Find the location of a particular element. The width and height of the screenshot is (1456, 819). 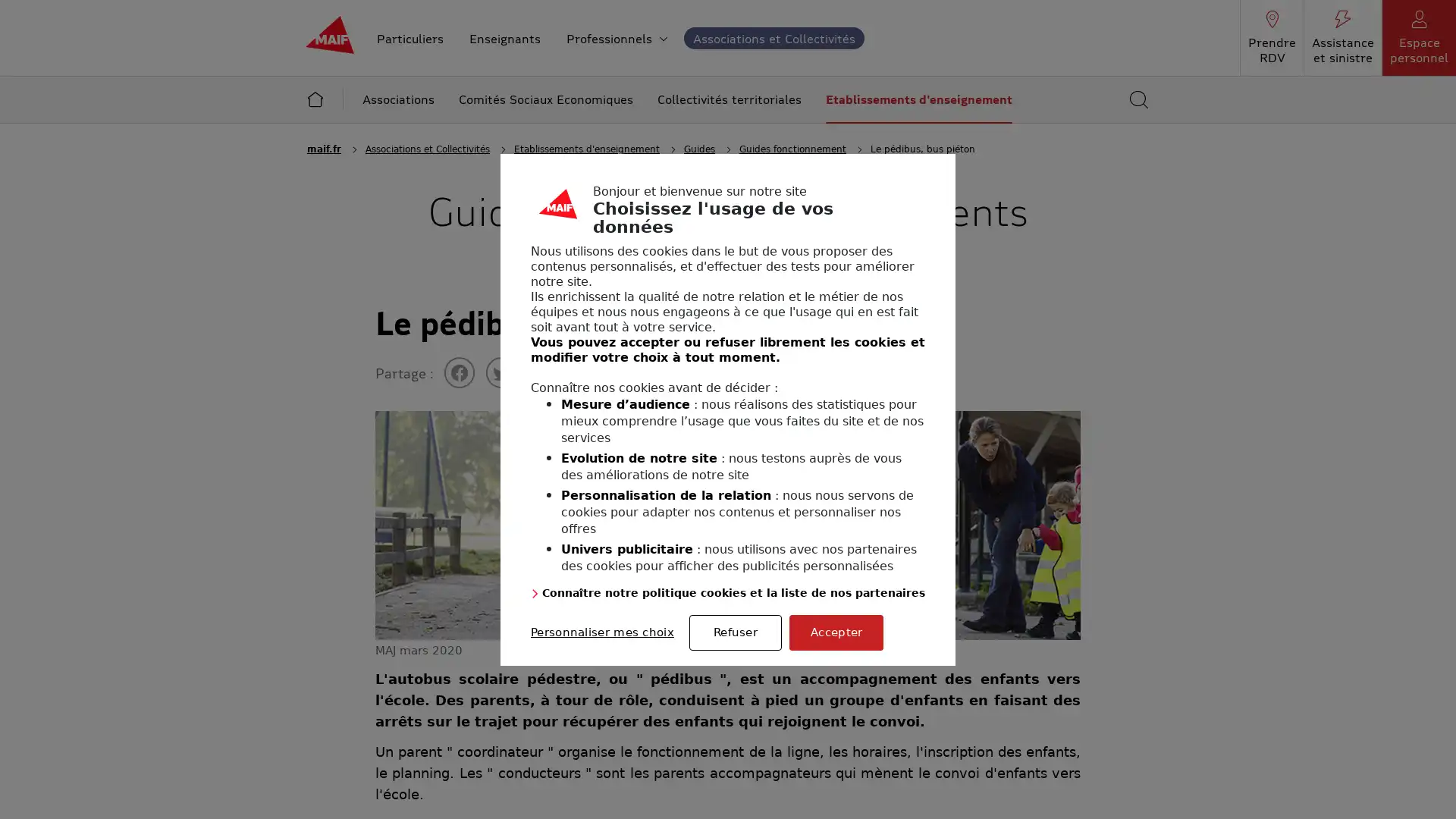

Professionnels is located at coordinates (617, 36).